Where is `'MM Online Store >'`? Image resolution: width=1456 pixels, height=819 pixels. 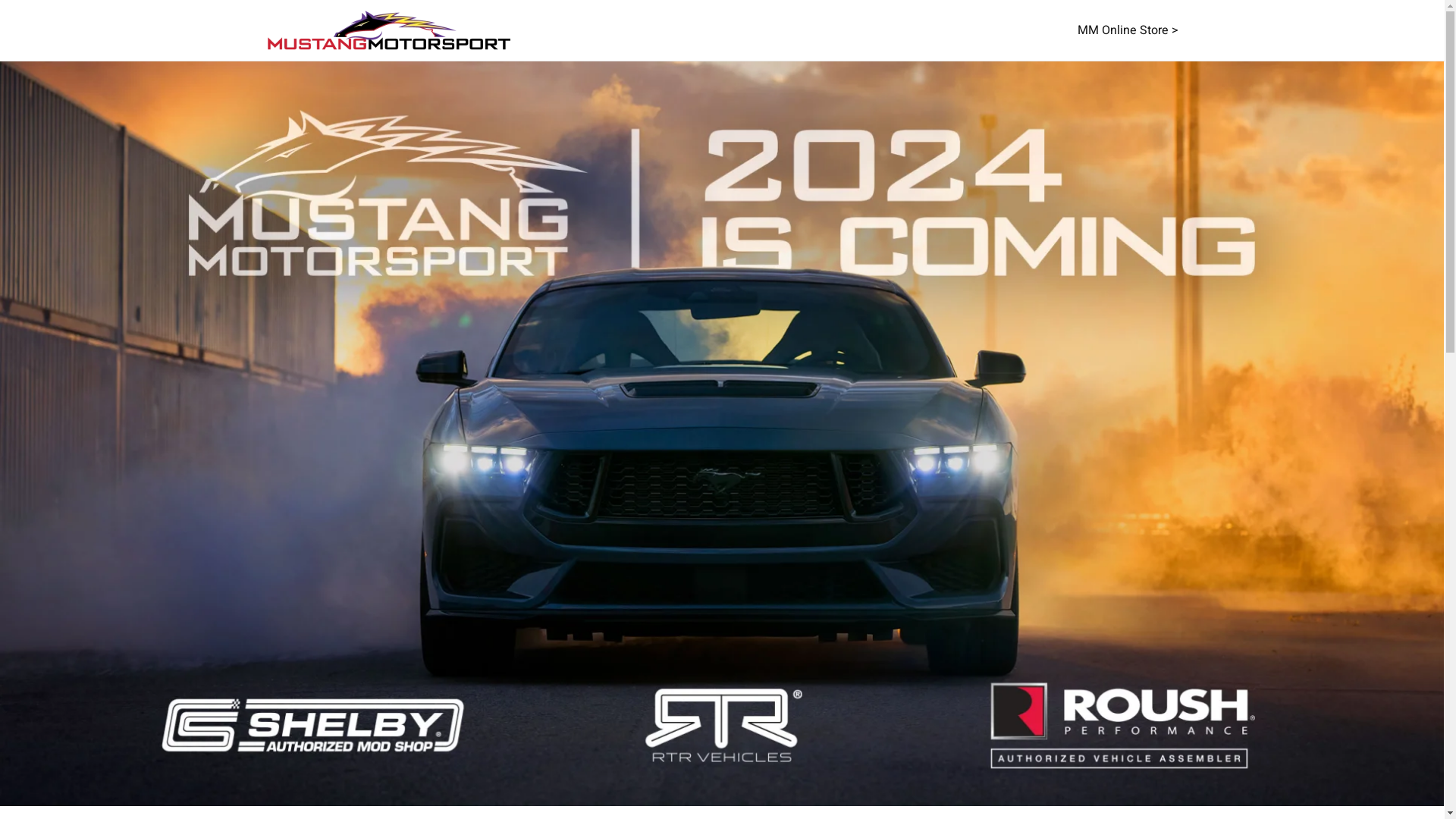
'MM Online Store >' is located at coordinates (1127, 30).